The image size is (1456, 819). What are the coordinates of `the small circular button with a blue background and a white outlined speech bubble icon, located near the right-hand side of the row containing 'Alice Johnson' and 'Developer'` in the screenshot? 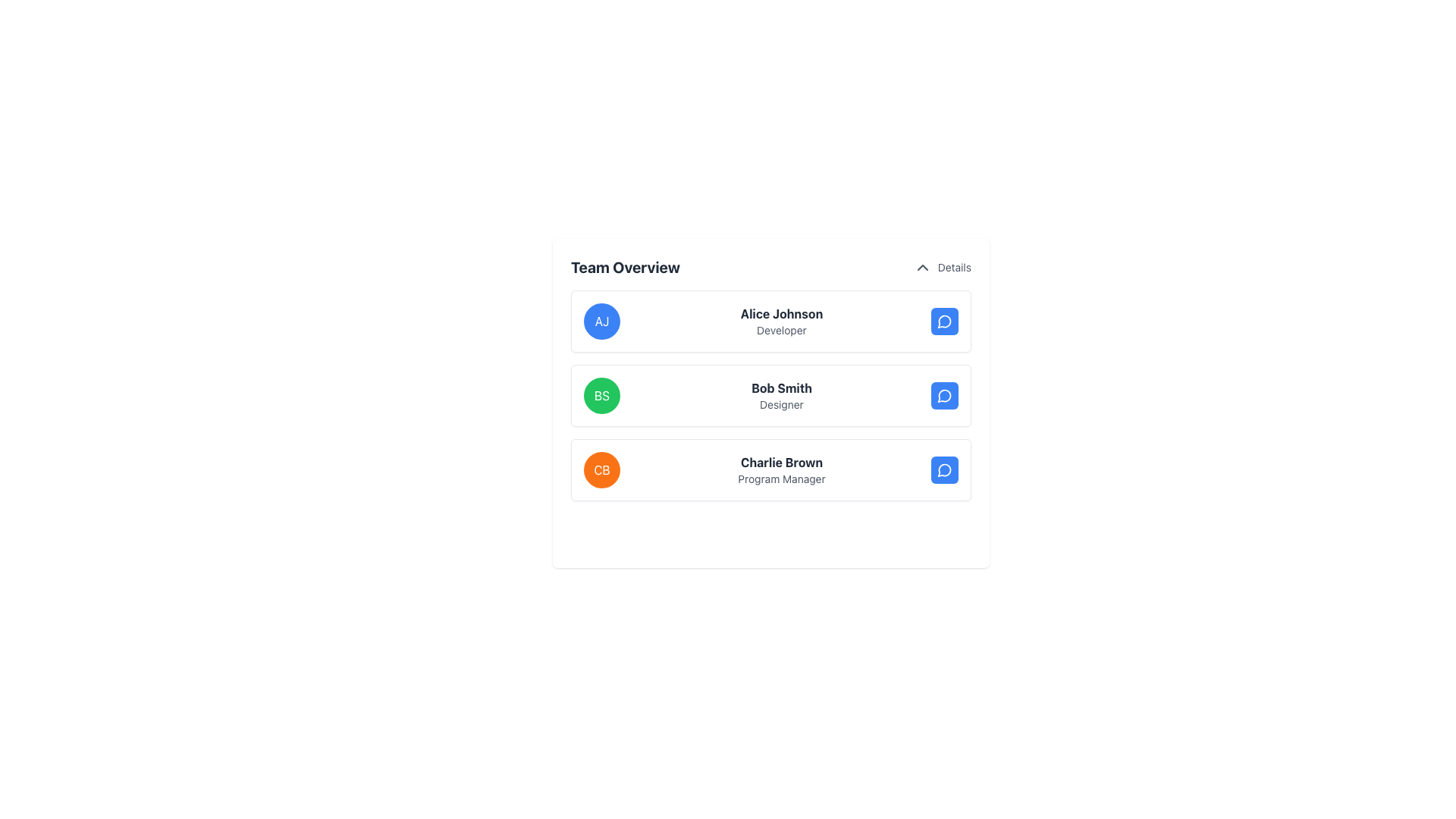 It's located at (944, 321).